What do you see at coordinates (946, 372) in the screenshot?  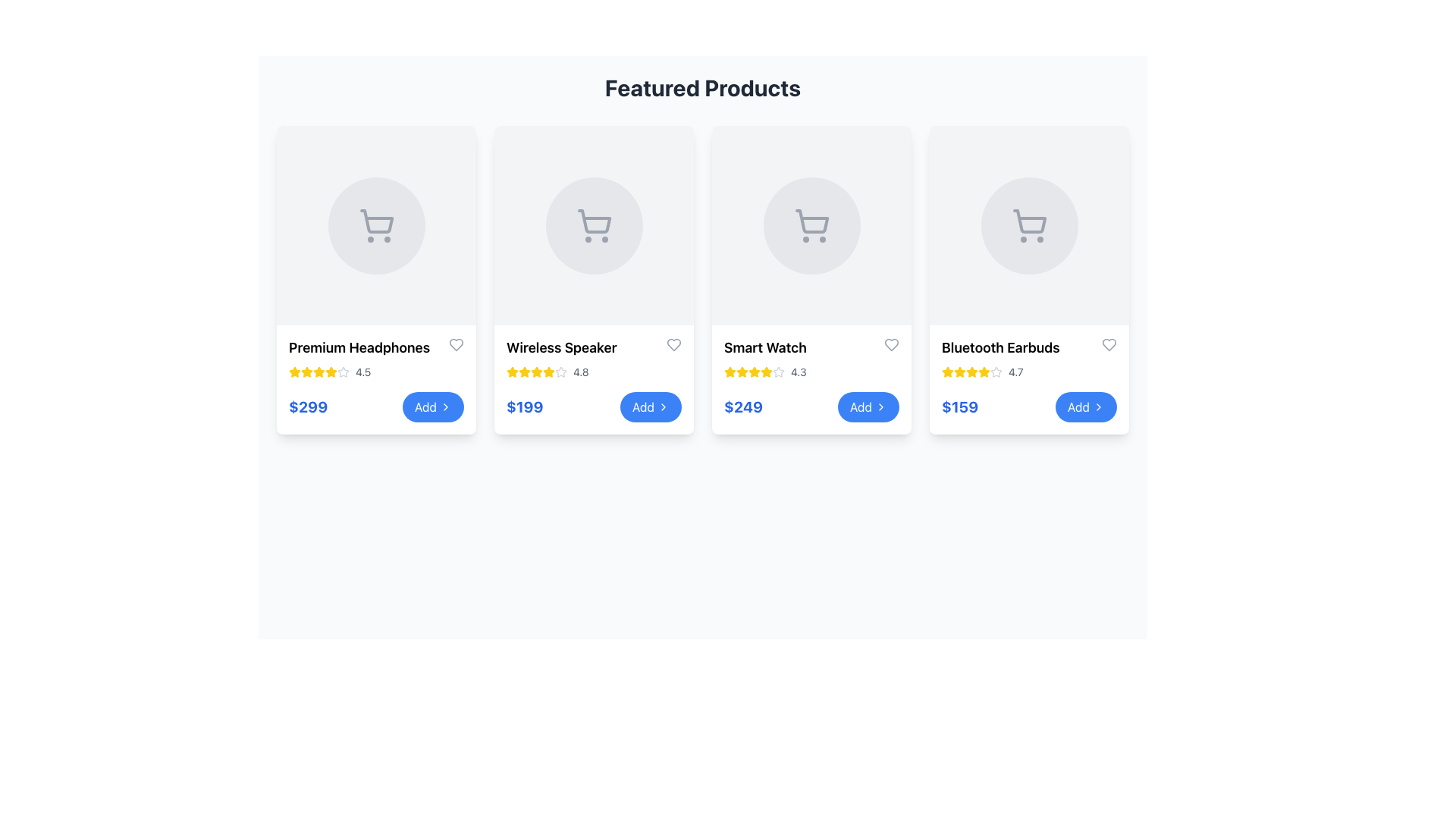 I see `the fourth star icon in the rating section of the Bluetooth Earbuds product card` at bounding box center [946, 372].